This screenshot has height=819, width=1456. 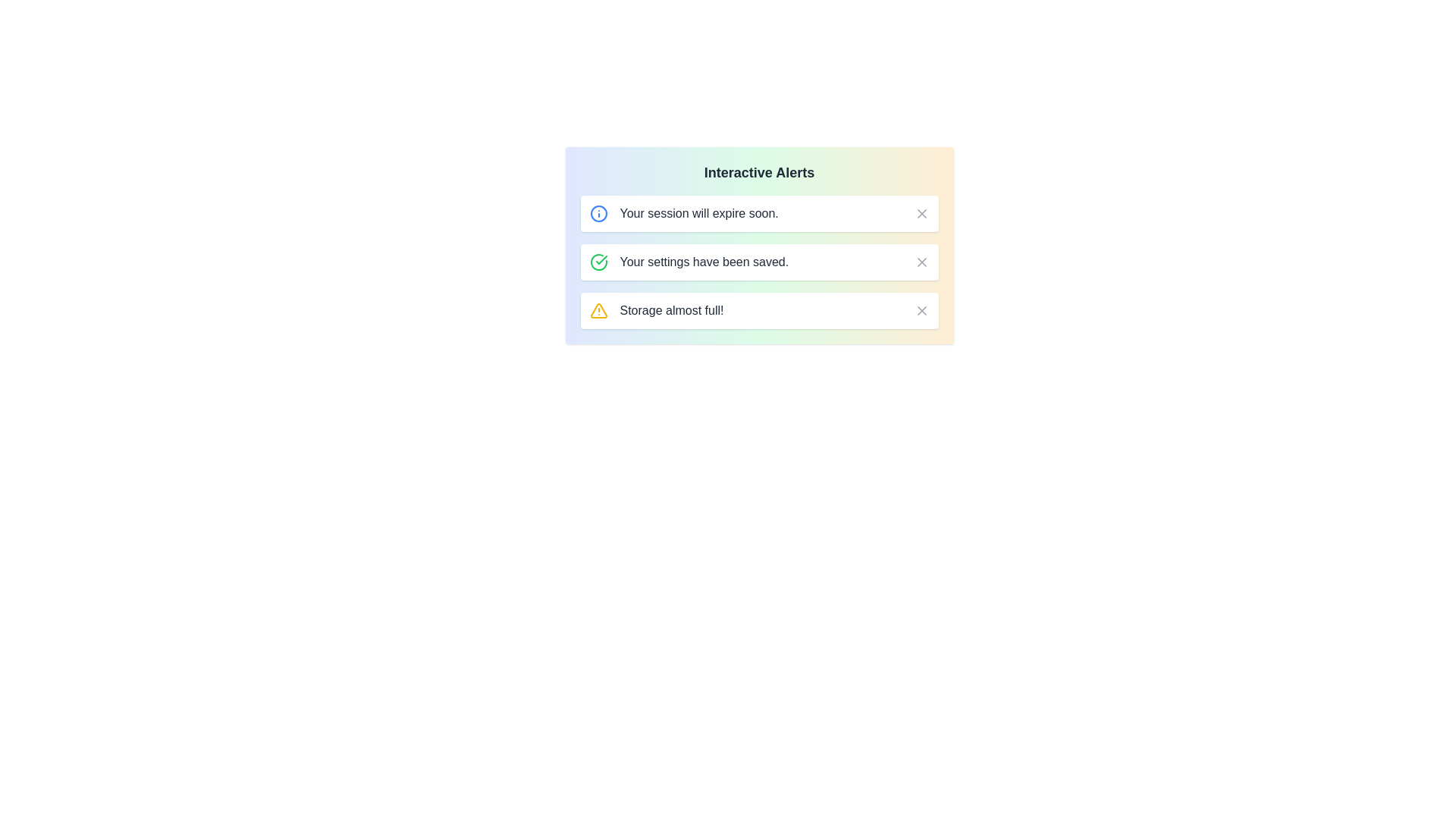 What do you see at coordinates (921, 262) in the screenshot?
I see `the dismiss button, an 'X' icon, located at the far right of the notification message 'Your settings have been saved.'` at bounding box center [921, 262].